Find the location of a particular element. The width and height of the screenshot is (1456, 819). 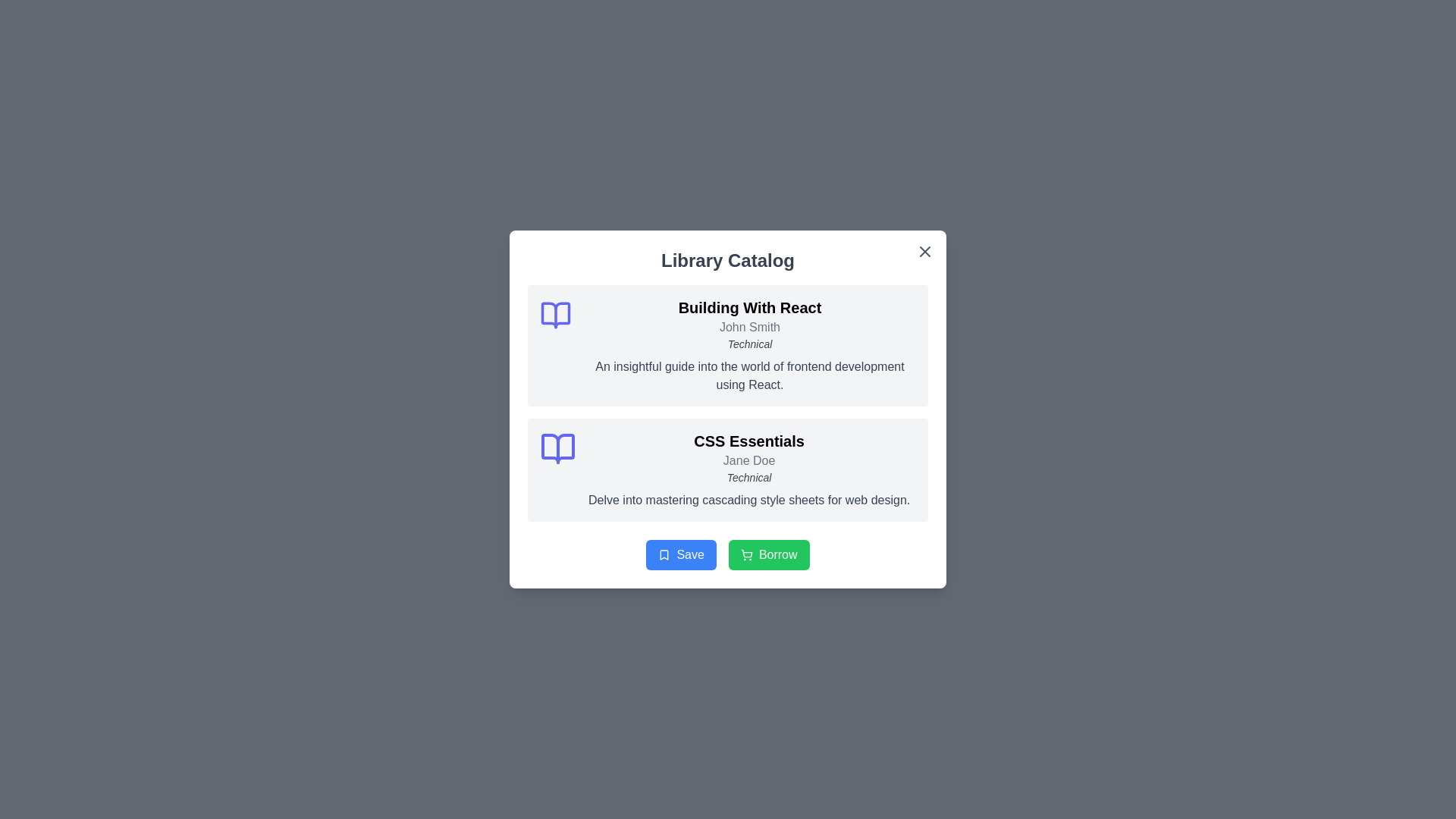

the Information card, which is the first book entry in the 'Library Catalog' modal is located at coordinates (749, 345).